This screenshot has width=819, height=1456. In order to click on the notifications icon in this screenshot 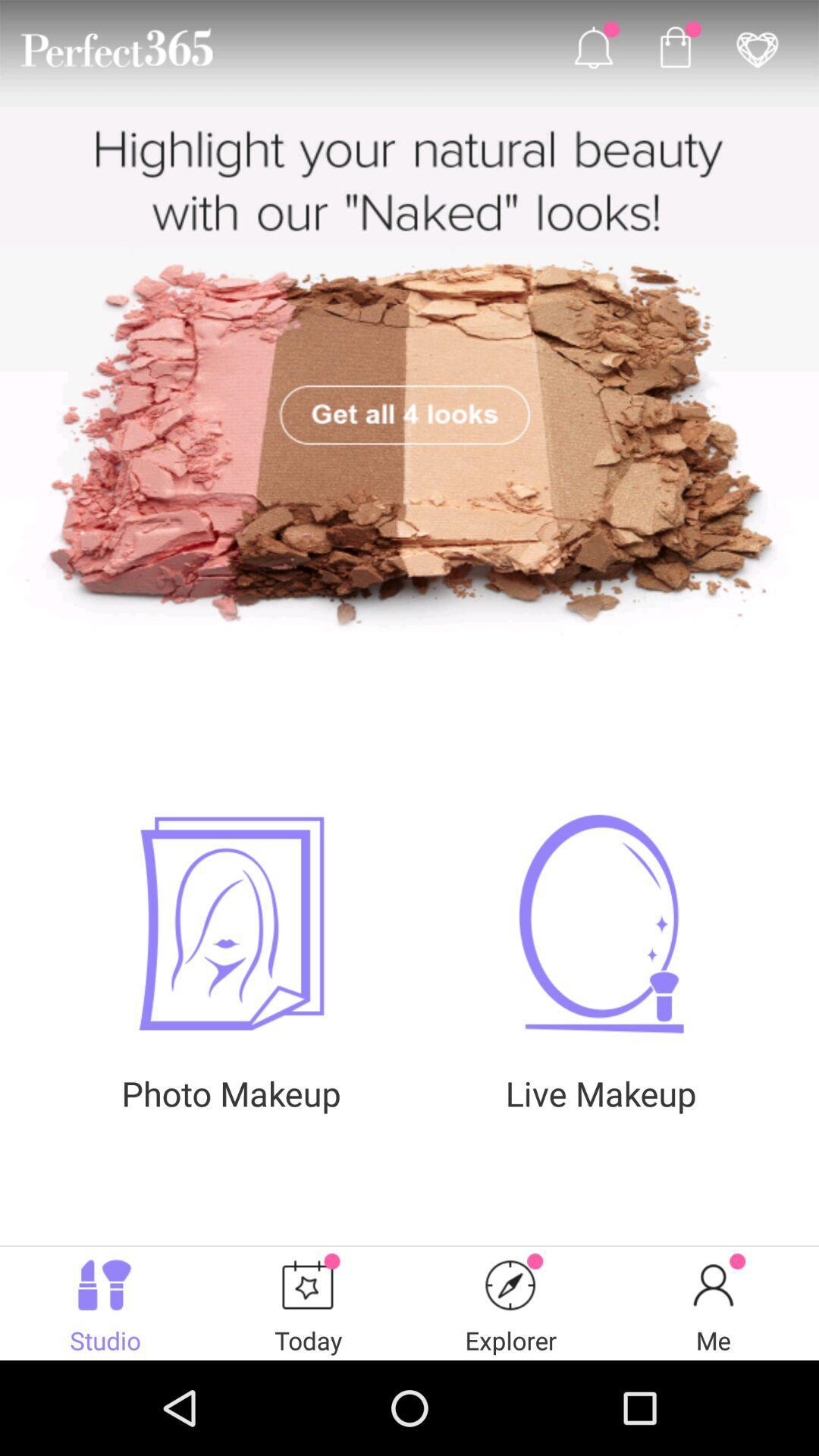, I will do `click(592, 51)`.